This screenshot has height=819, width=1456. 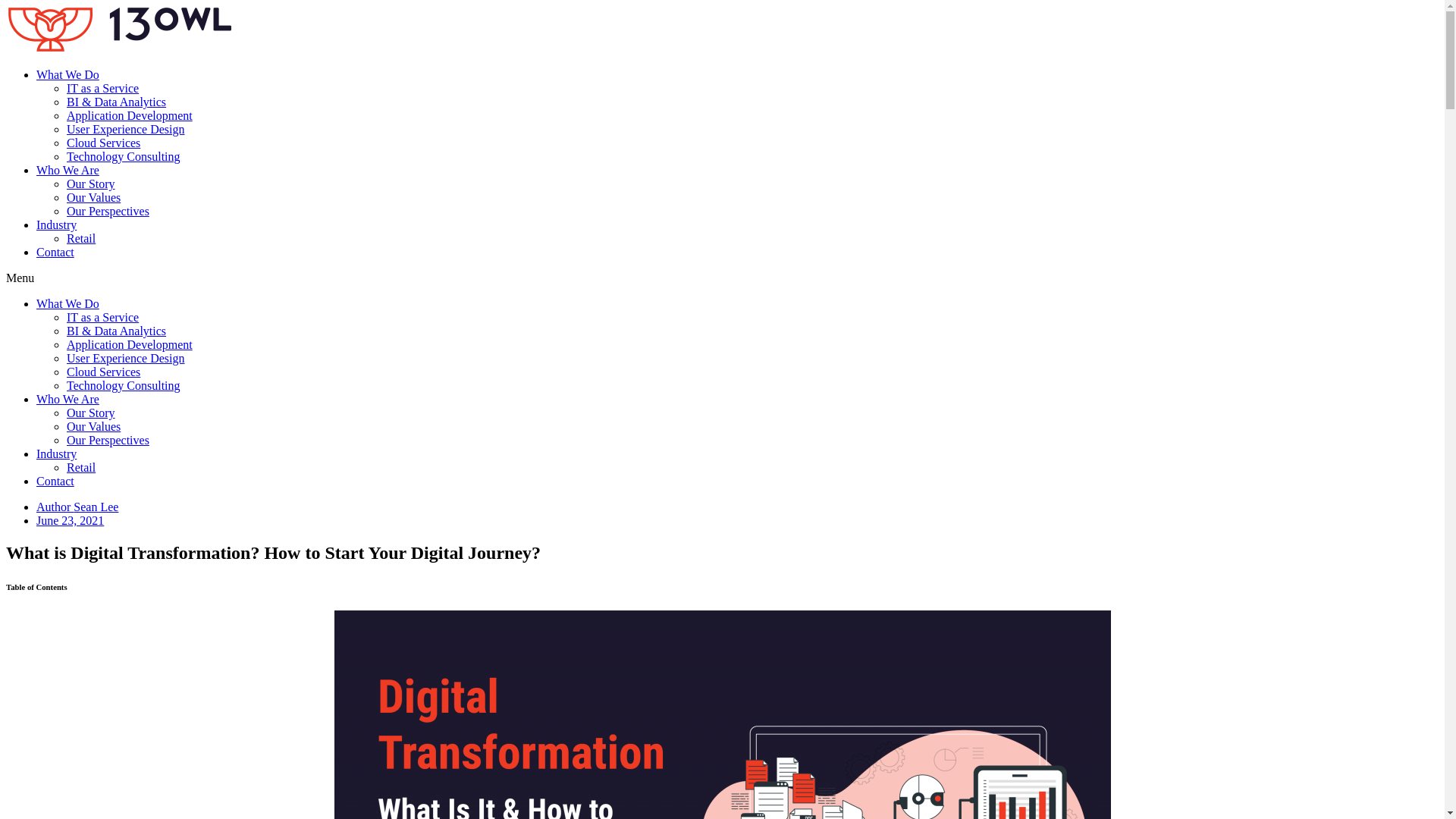 I want to click on 'User Experience Design', so click(x=126, y=358).